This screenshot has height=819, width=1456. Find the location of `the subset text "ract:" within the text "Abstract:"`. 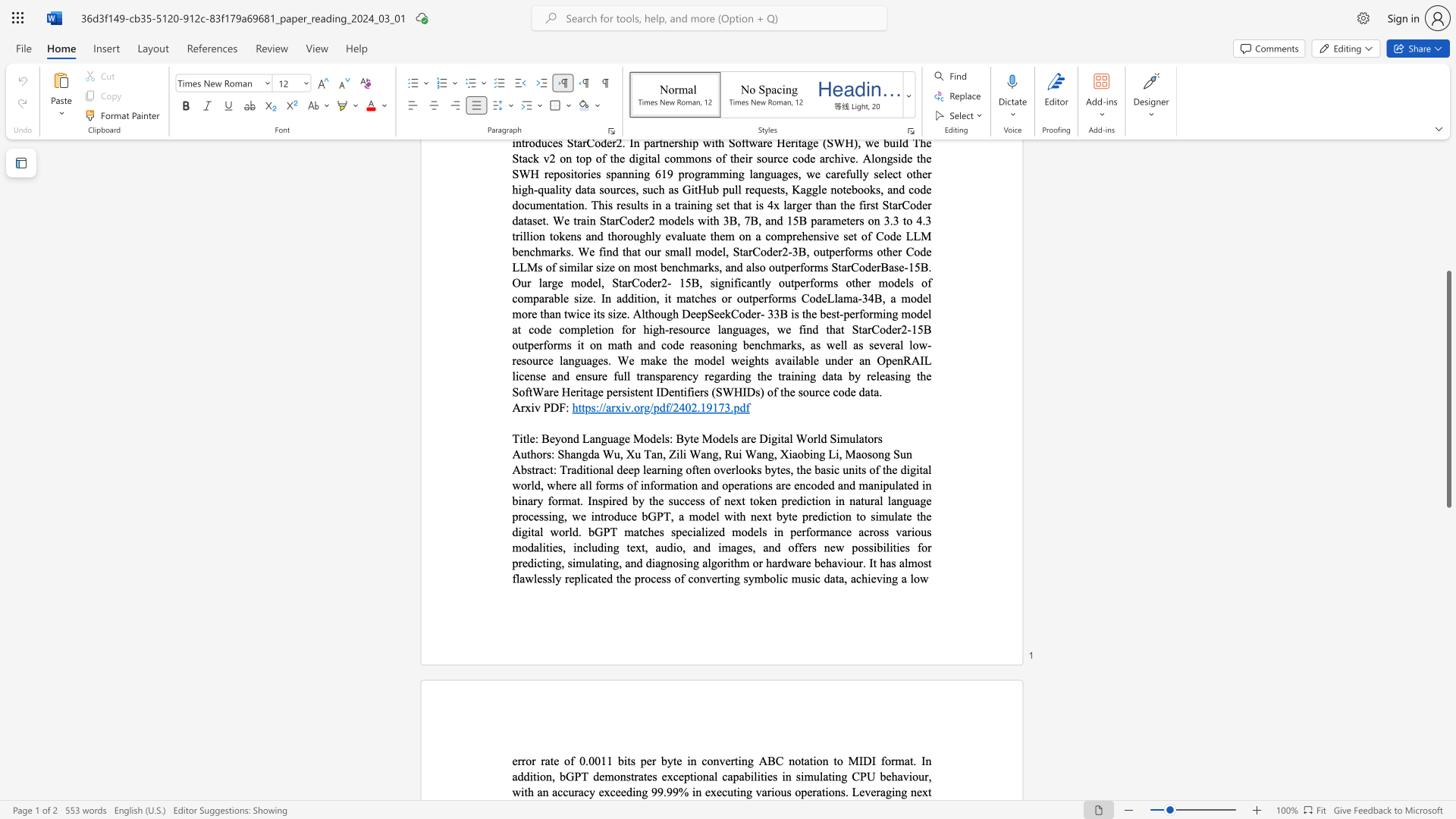

the subset text "ract:" within the text "Abstract:" is located at coordinates (535, 469).